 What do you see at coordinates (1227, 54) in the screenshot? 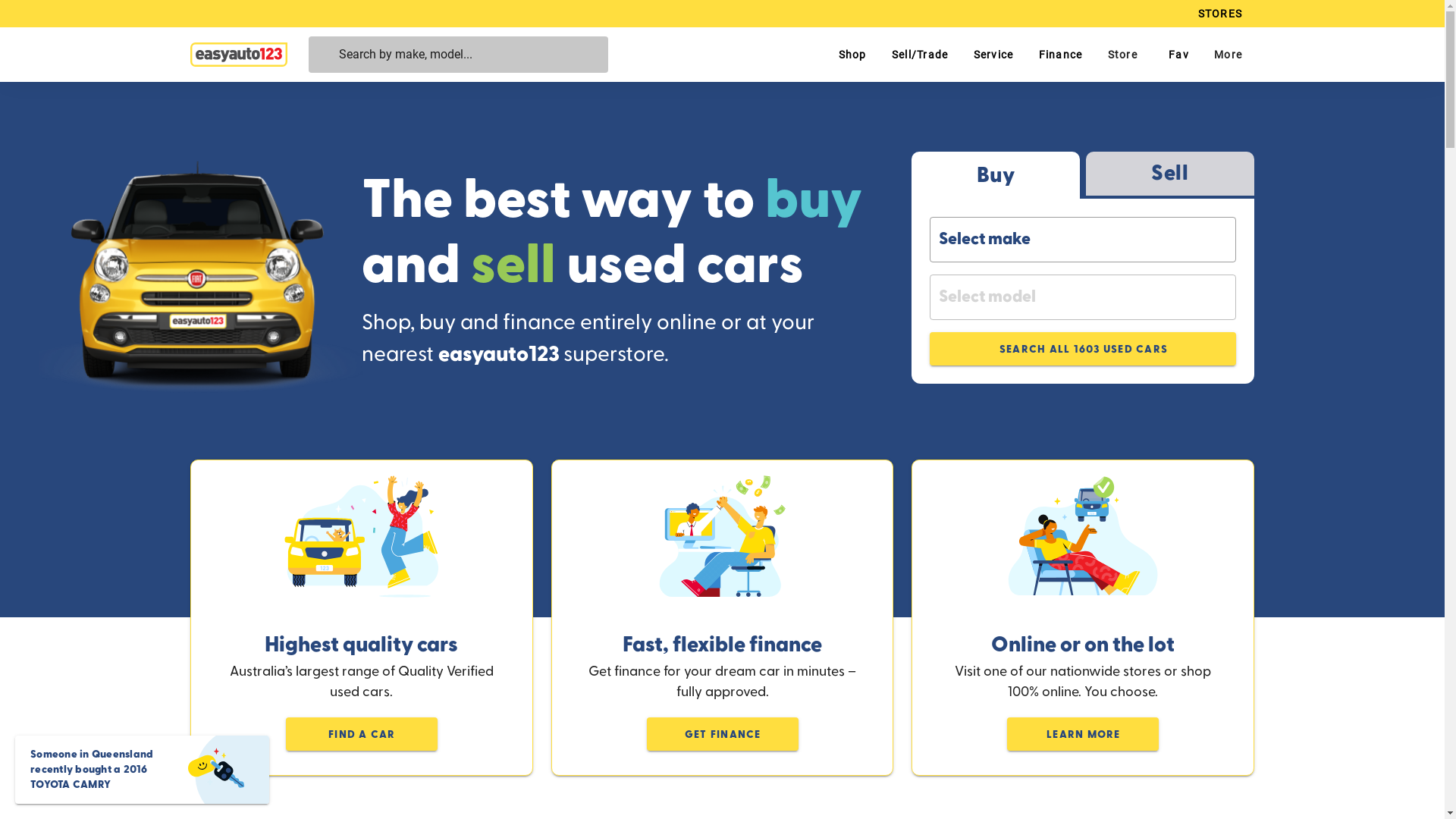
I see `'More'` at bounding box center [1227, 54].